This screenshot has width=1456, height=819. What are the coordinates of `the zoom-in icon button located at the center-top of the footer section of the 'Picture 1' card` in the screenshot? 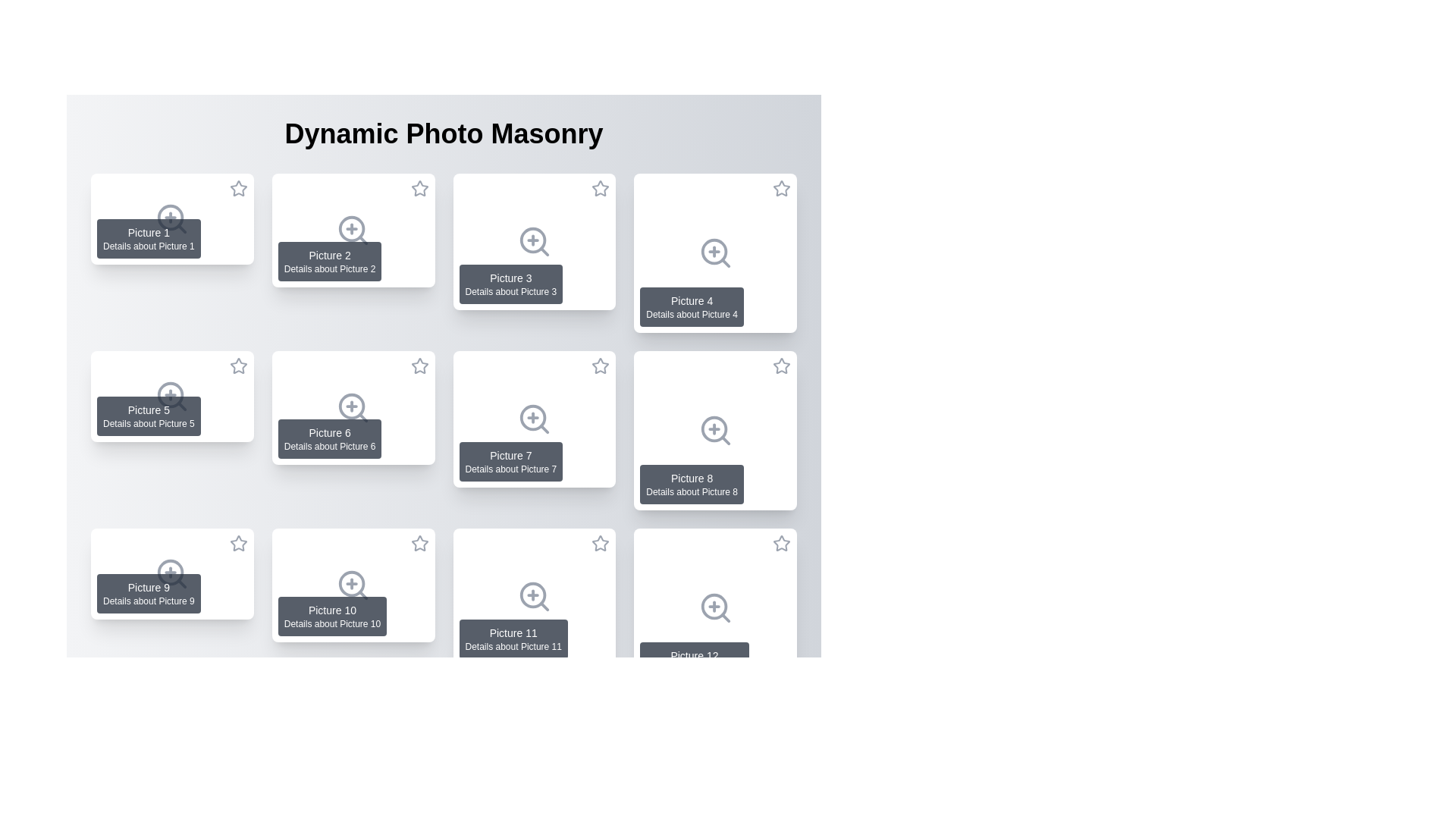 It's located at (172, 219).